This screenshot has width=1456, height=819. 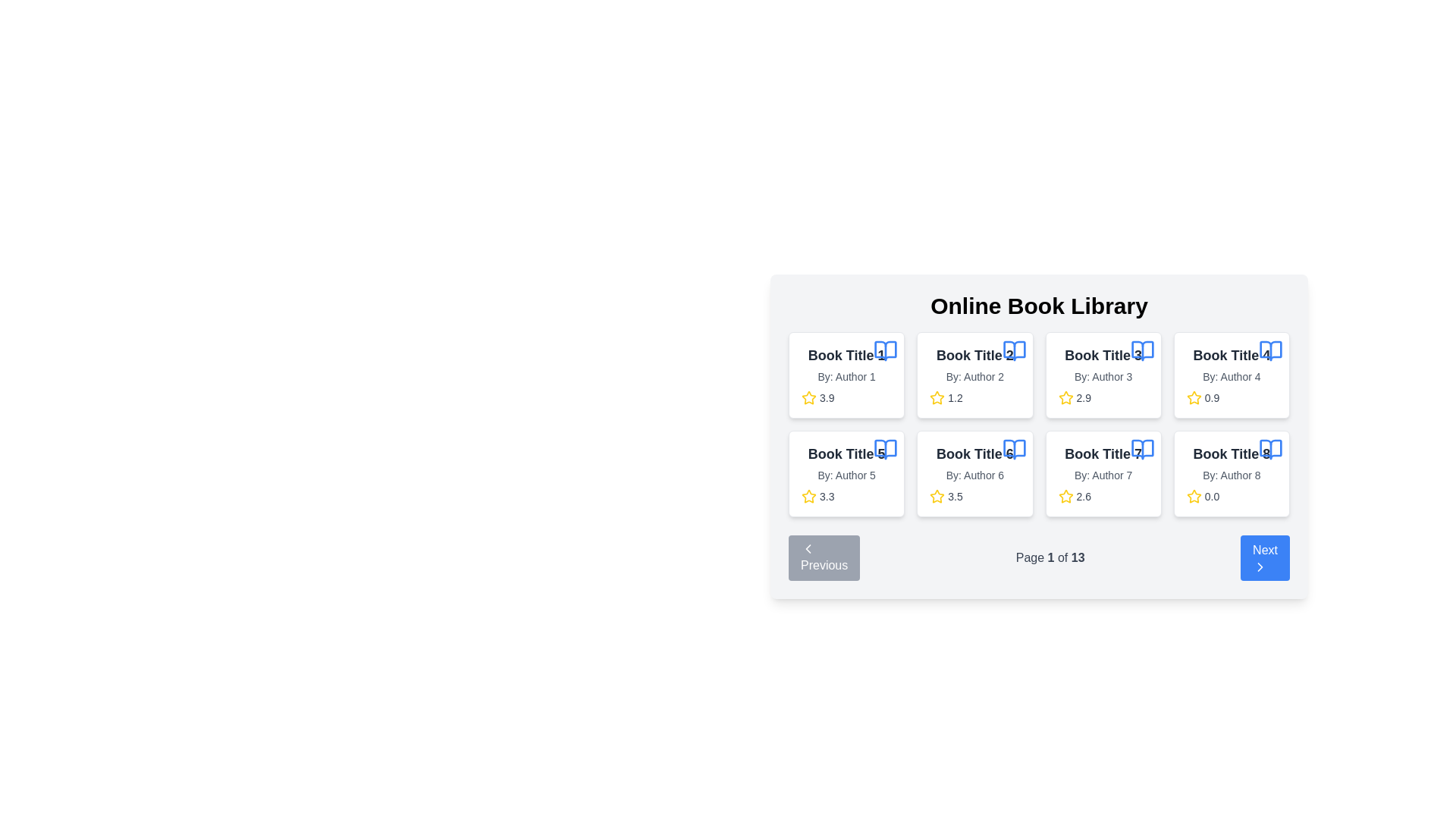 I want to click on the average rating score text located to the right of the star icon within the seventh book's grid item in the library interface for additional info, so click(x=1083, y=497).